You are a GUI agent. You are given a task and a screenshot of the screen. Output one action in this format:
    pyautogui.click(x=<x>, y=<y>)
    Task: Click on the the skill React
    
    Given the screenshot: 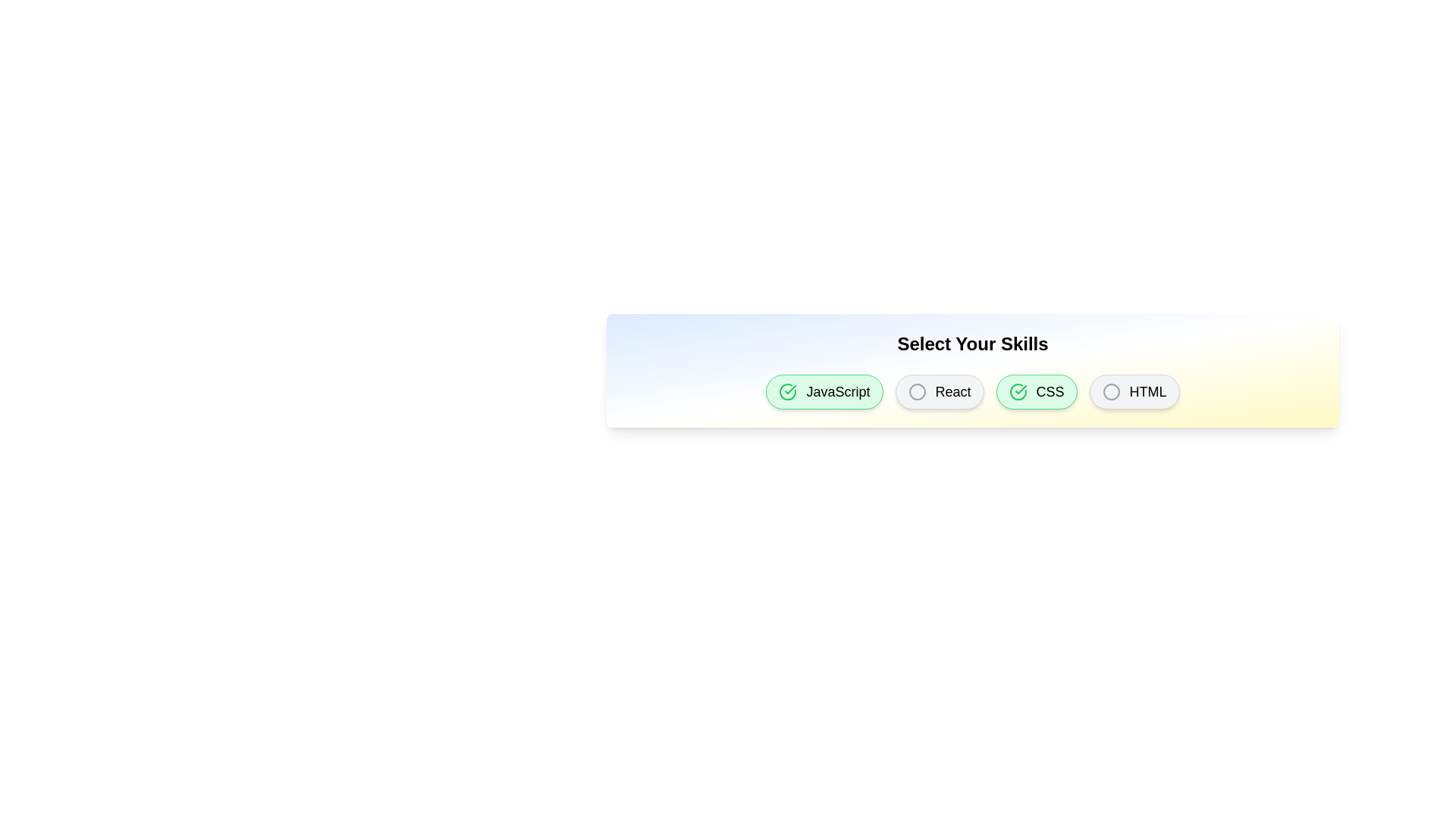 What is the action you would take?
    pyautogui.click(x=938, y=391)
    